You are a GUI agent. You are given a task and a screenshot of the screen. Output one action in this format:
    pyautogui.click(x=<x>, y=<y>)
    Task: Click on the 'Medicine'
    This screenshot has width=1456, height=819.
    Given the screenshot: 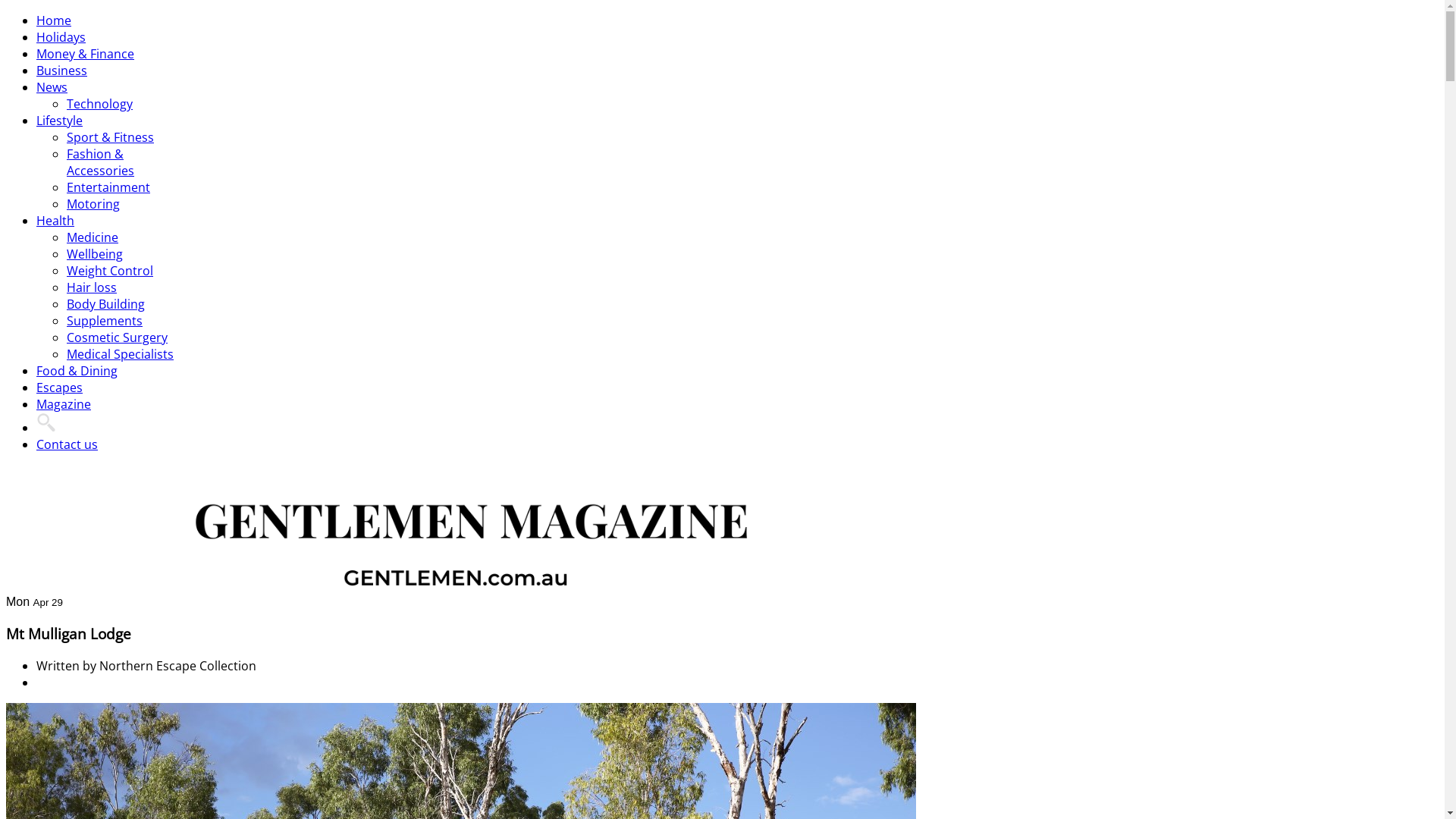 What is the action you would take?
    pyautogui.click(x=91, y=237)
    